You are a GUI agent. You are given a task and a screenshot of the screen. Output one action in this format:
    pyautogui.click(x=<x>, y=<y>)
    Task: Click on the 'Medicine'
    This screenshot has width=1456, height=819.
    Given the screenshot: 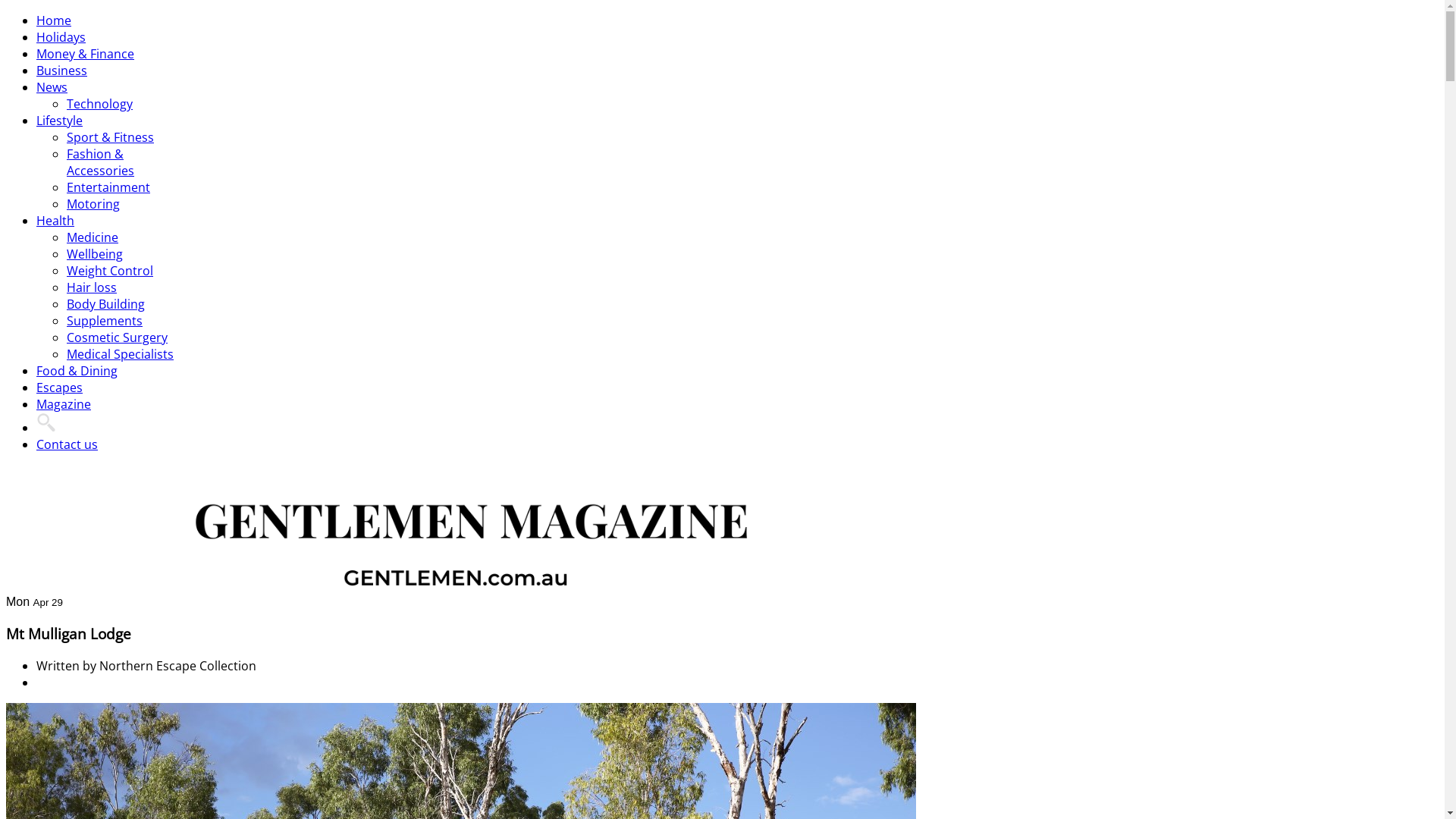 What is the action you would take?
    pyautogui.click(x=91, y=237)
    